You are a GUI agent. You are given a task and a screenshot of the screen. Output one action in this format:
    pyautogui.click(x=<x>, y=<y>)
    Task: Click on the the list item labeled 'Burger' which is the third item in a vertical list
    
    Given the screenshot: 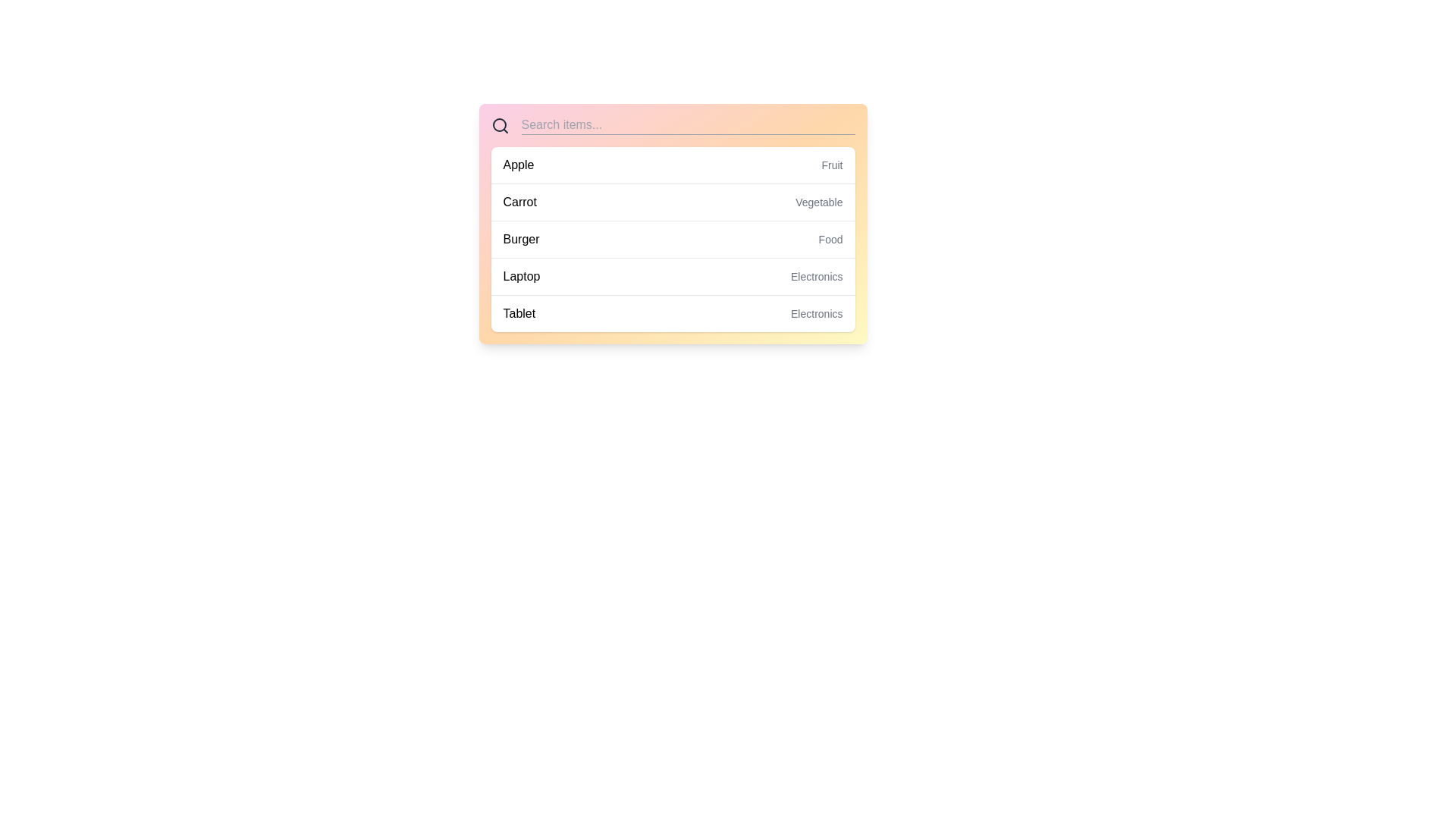 What is the action you would take?
    pyautogui.click(x=672, y=239)
    